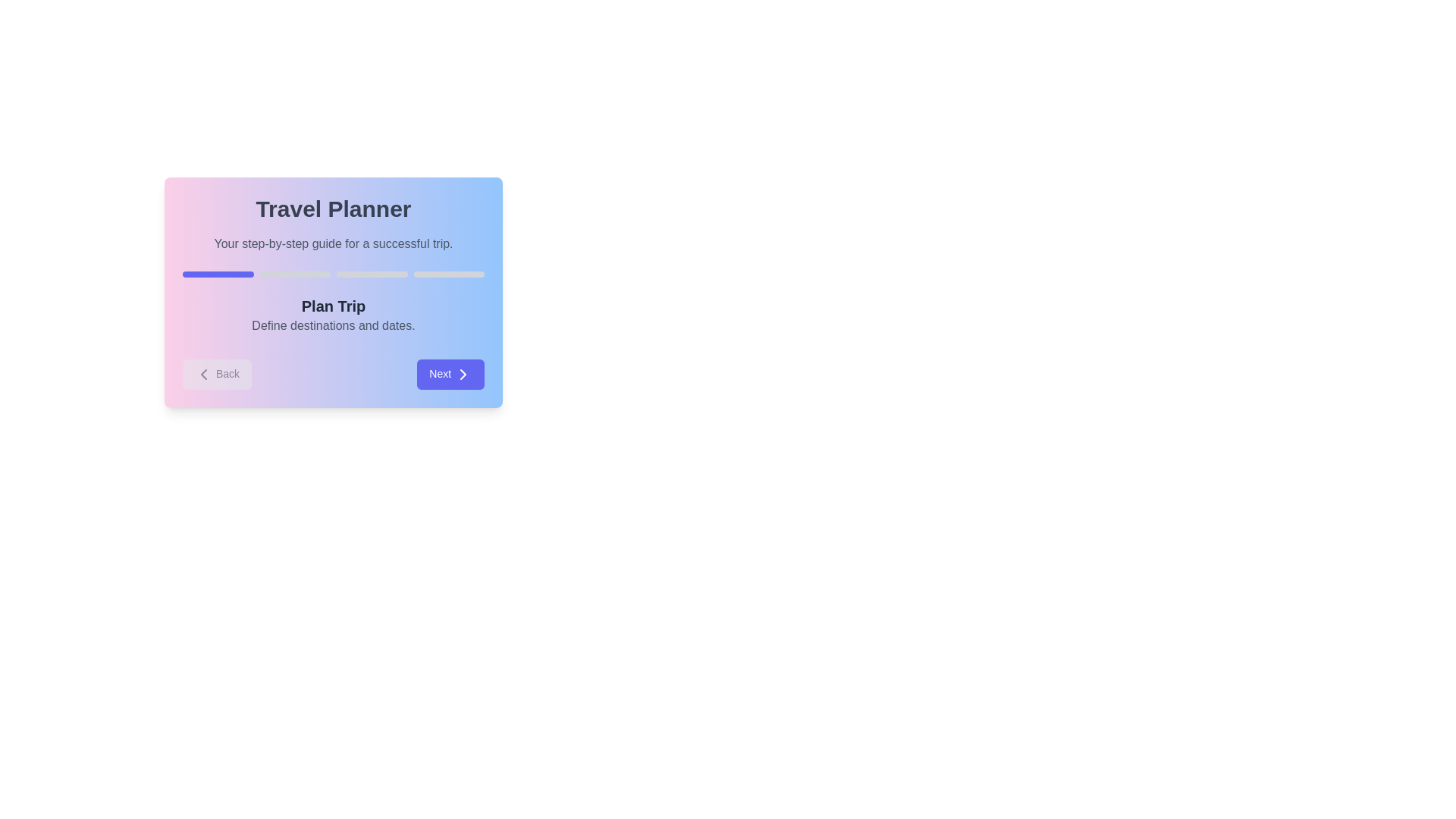 The image size is (1456, 819). Describe the element at coordinates (333, 306) in the screenshot. I see `the step title 'Plan Trip' to highlight it and display additional information` at that location.